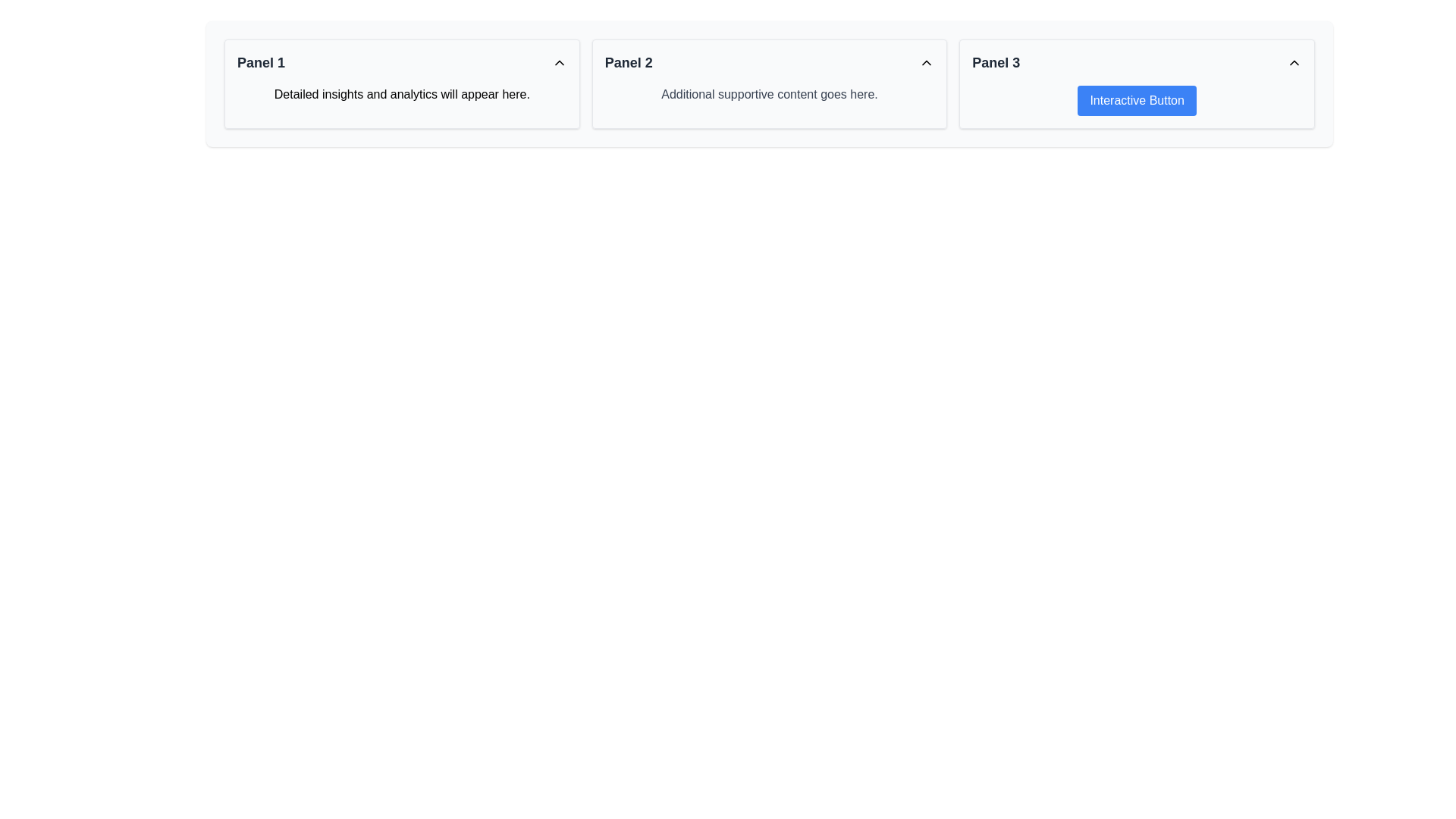  I want to click on the upward-pointing chevron icon located in the header section of 'Panel 2', so click(926, 62).